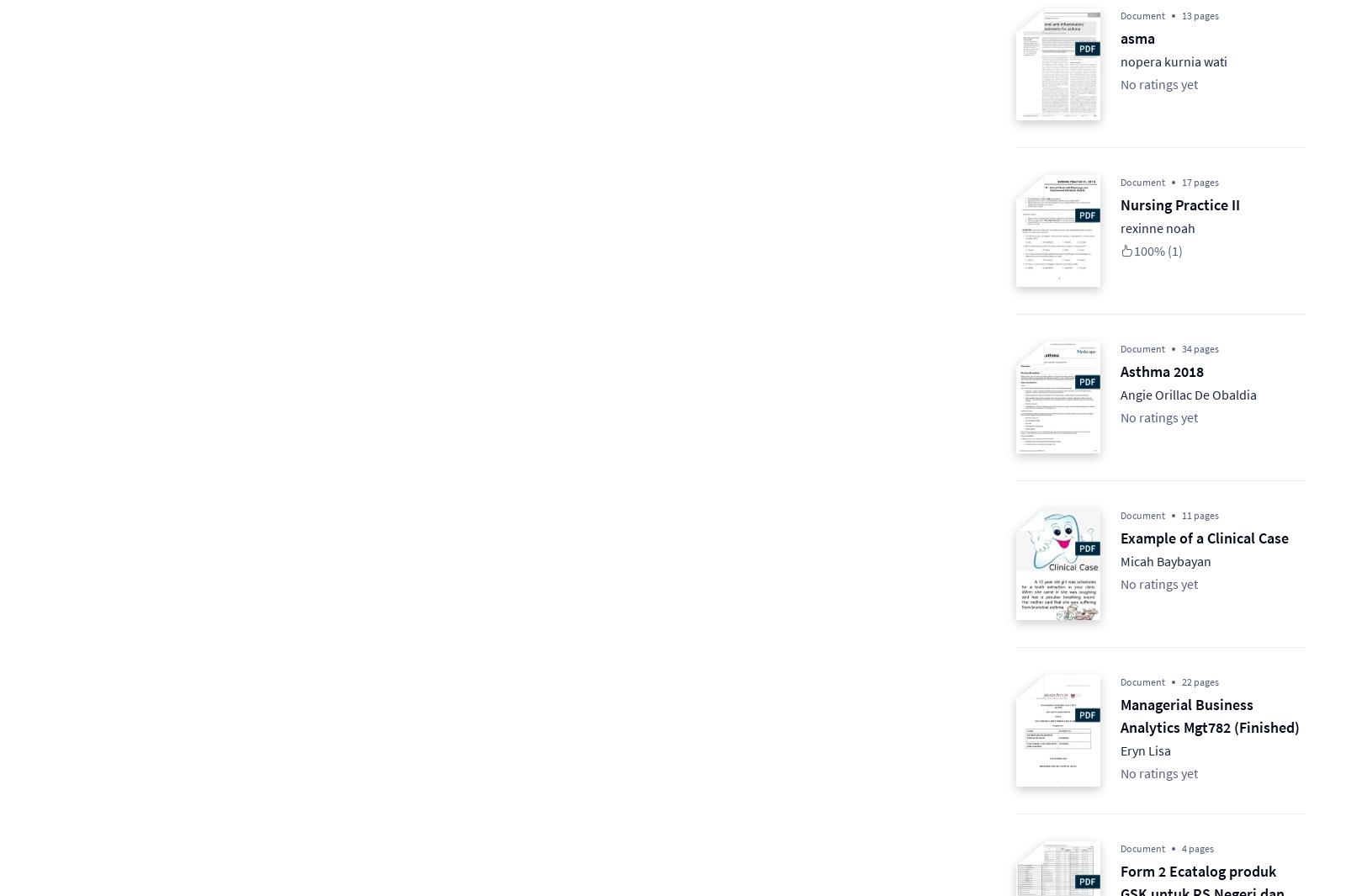  Describe the element at coordinates (1181, 14) in the screenshot. I see `'13 pages'` at that location.